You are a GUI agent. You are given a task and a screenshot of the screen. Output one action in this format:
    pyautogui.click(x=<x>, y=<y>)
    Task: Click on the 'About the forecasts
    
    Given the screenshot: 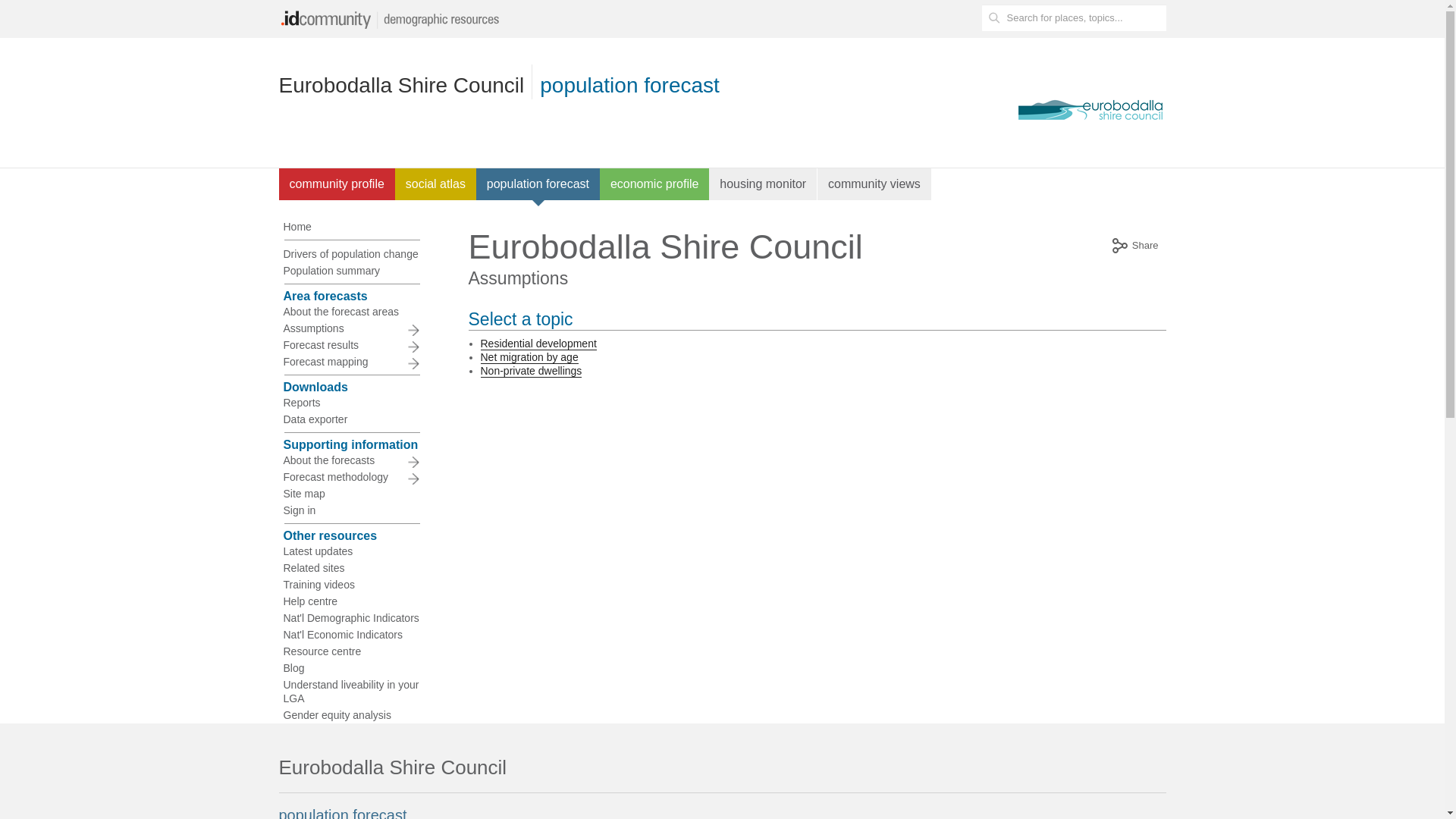 What is the action you would take?
    pyautogui.click(x=350, y=459)
    